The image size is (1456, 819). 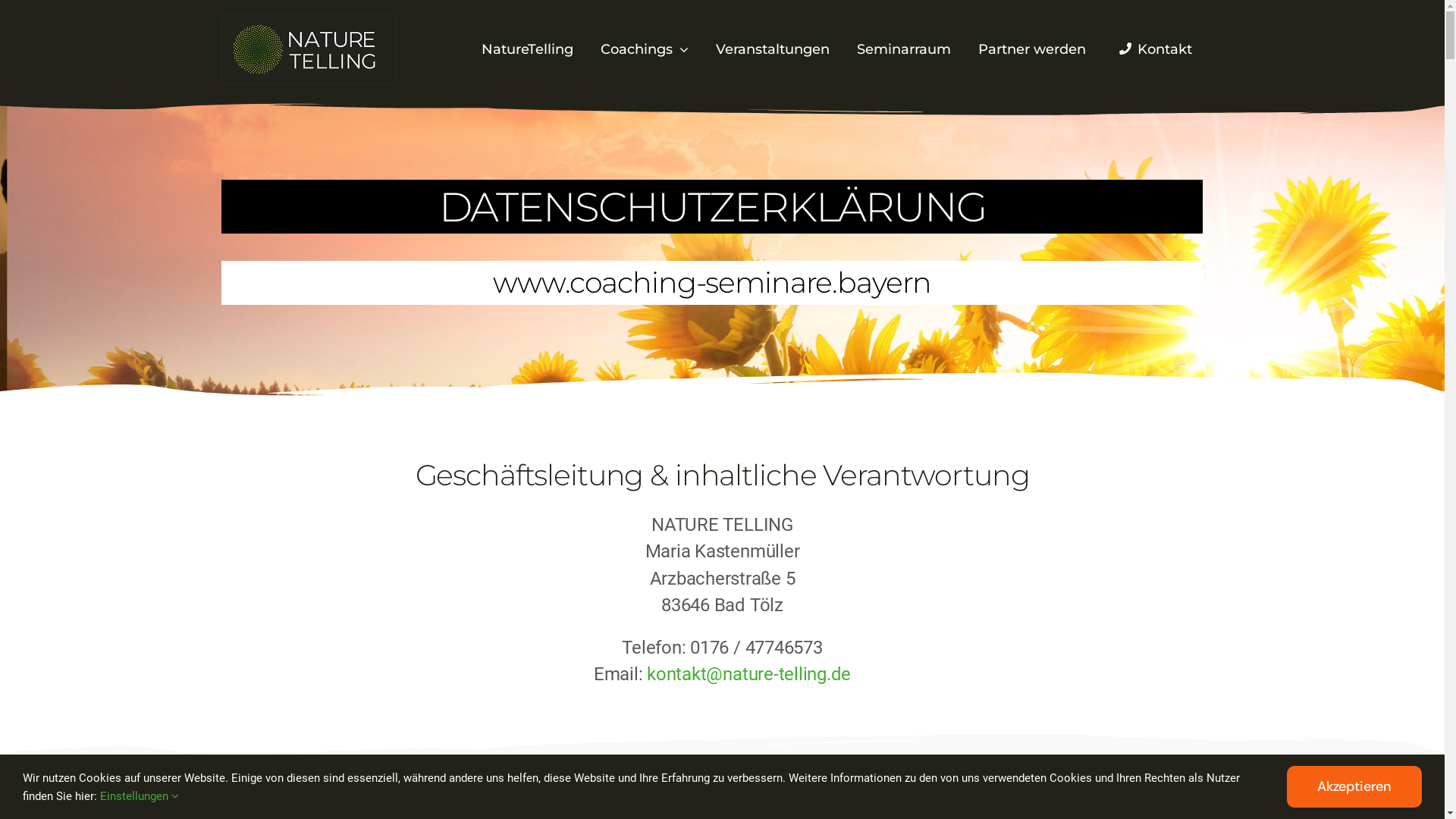 What do you see at coordinates (772, 49) in the screenshot?
I see `'Veranstaltungen'` at bounding box center [772, 49].